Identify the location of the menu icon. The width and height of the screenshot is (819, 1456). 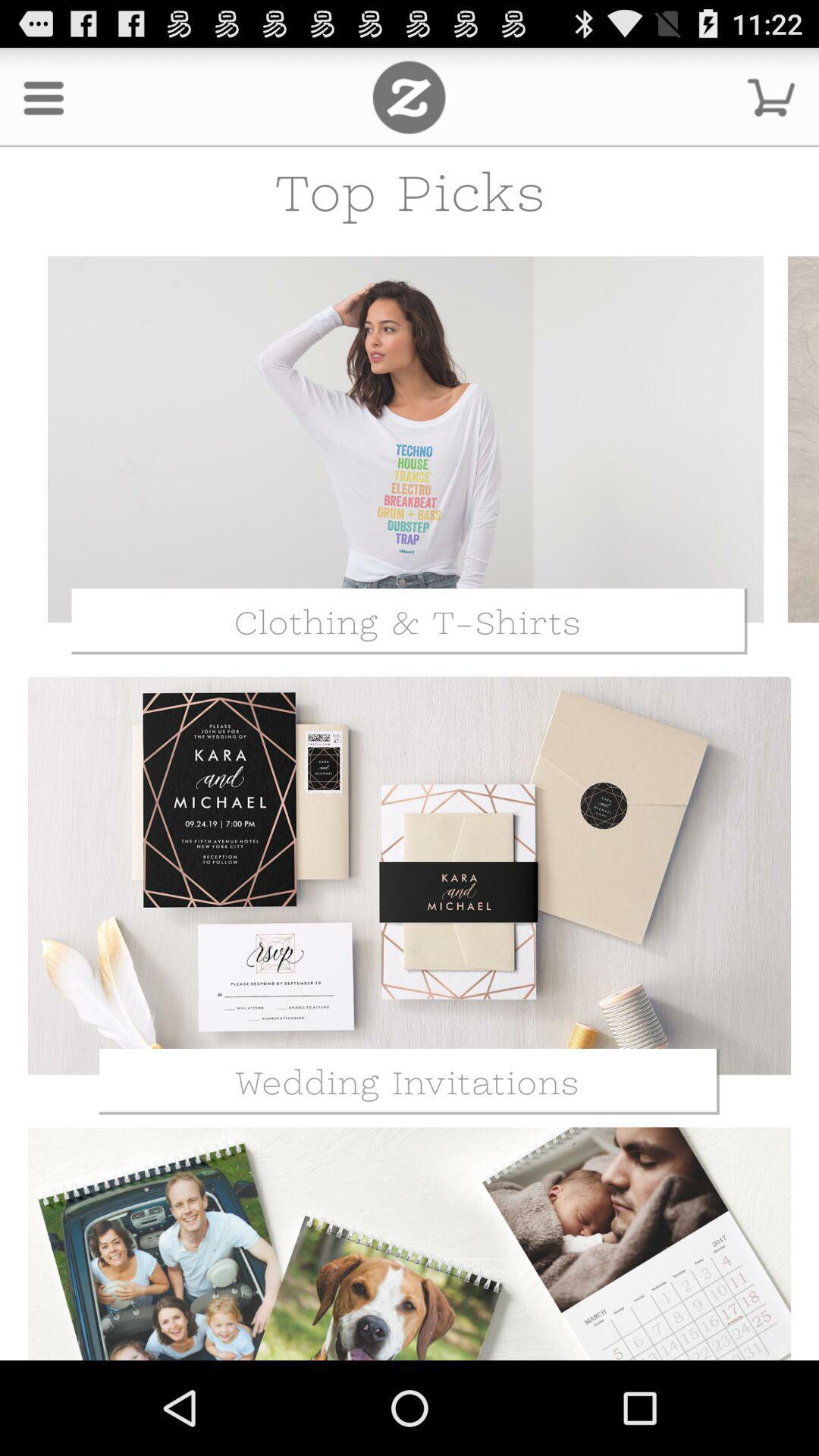
(42, 103).